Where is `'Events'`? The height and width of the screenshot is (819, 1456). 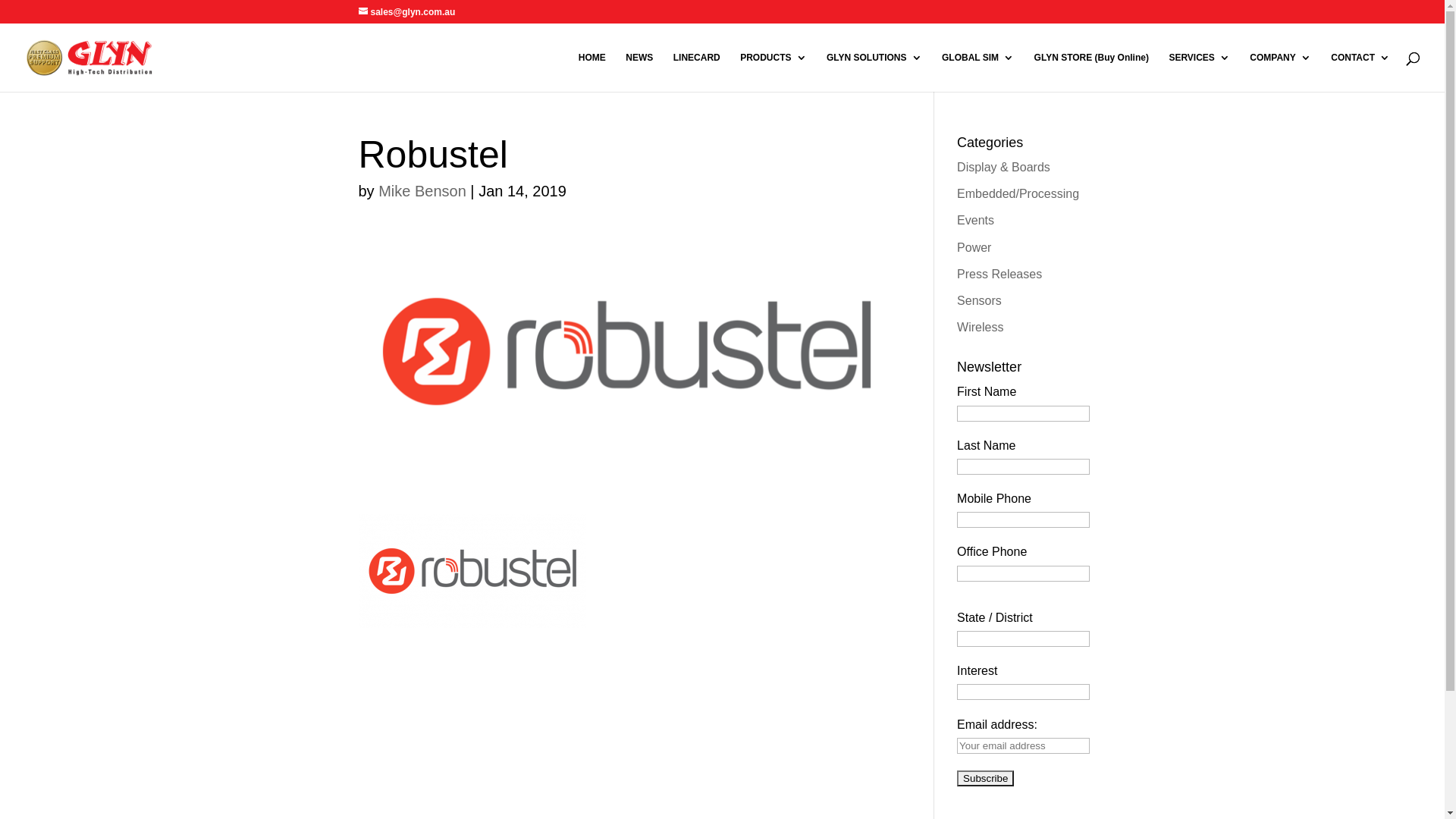 'Events' is located at coordinates (956, 220).